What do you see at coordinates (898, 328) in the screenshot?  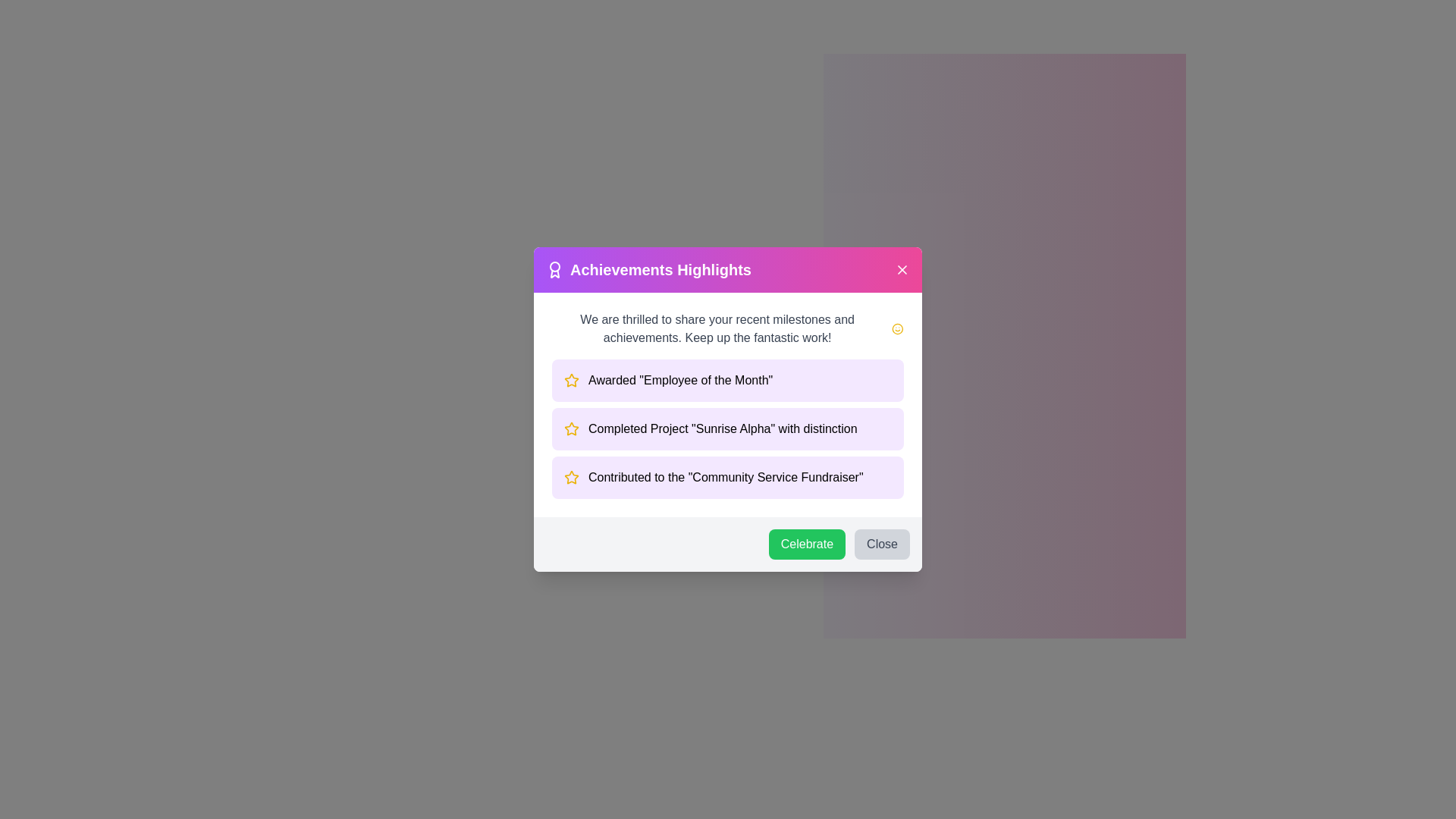 I see `the central circular element of the yellow smiley face SVG icon located in the top-right corner of the 'Achievements Highlights' modal box` at bounding box center [898, 328].